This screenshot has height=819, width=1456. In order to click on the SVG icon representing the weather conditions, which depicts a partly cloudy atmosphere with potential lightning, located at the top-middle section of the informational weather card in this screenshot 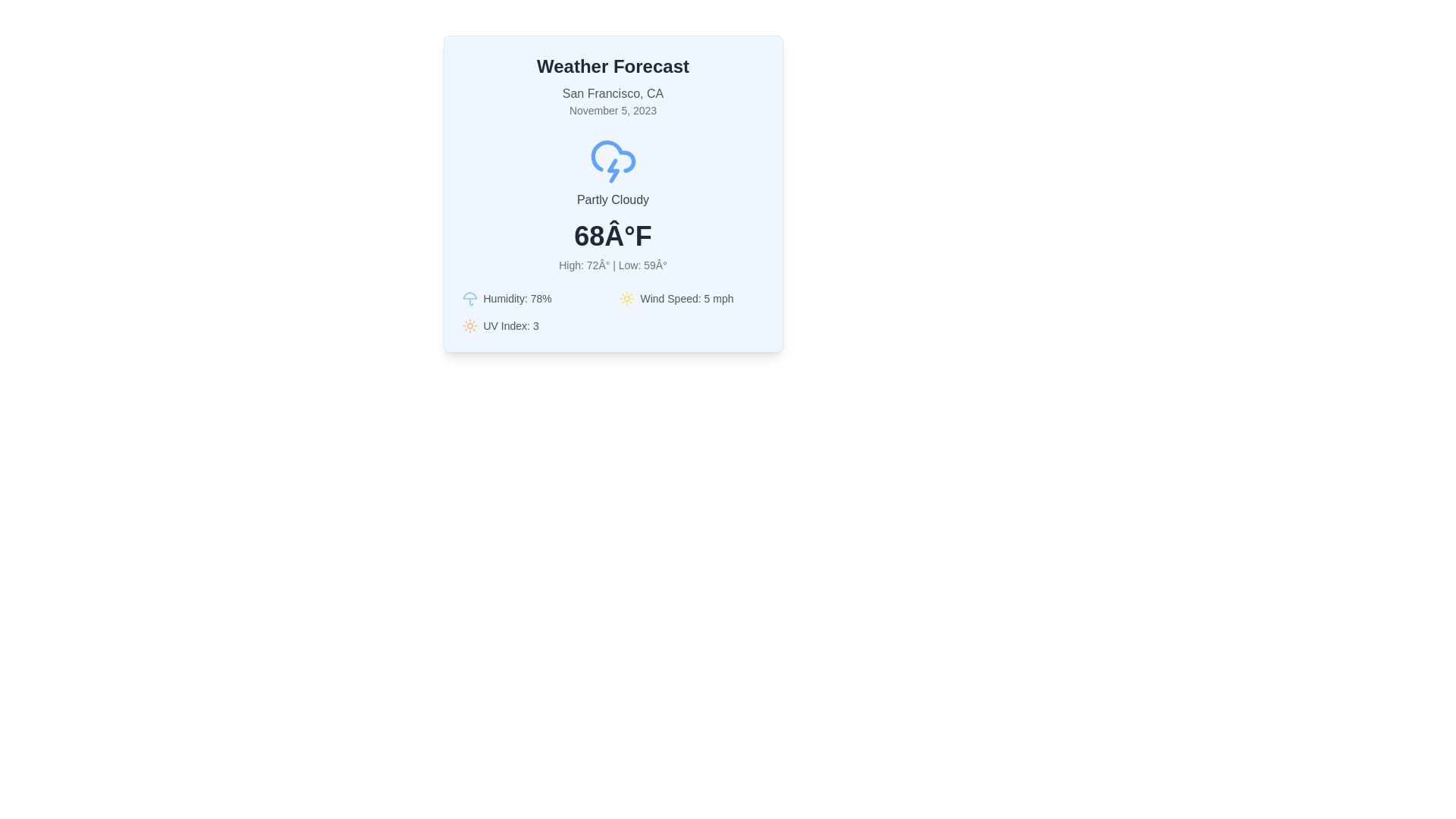, I will do `click(613, 161)`.